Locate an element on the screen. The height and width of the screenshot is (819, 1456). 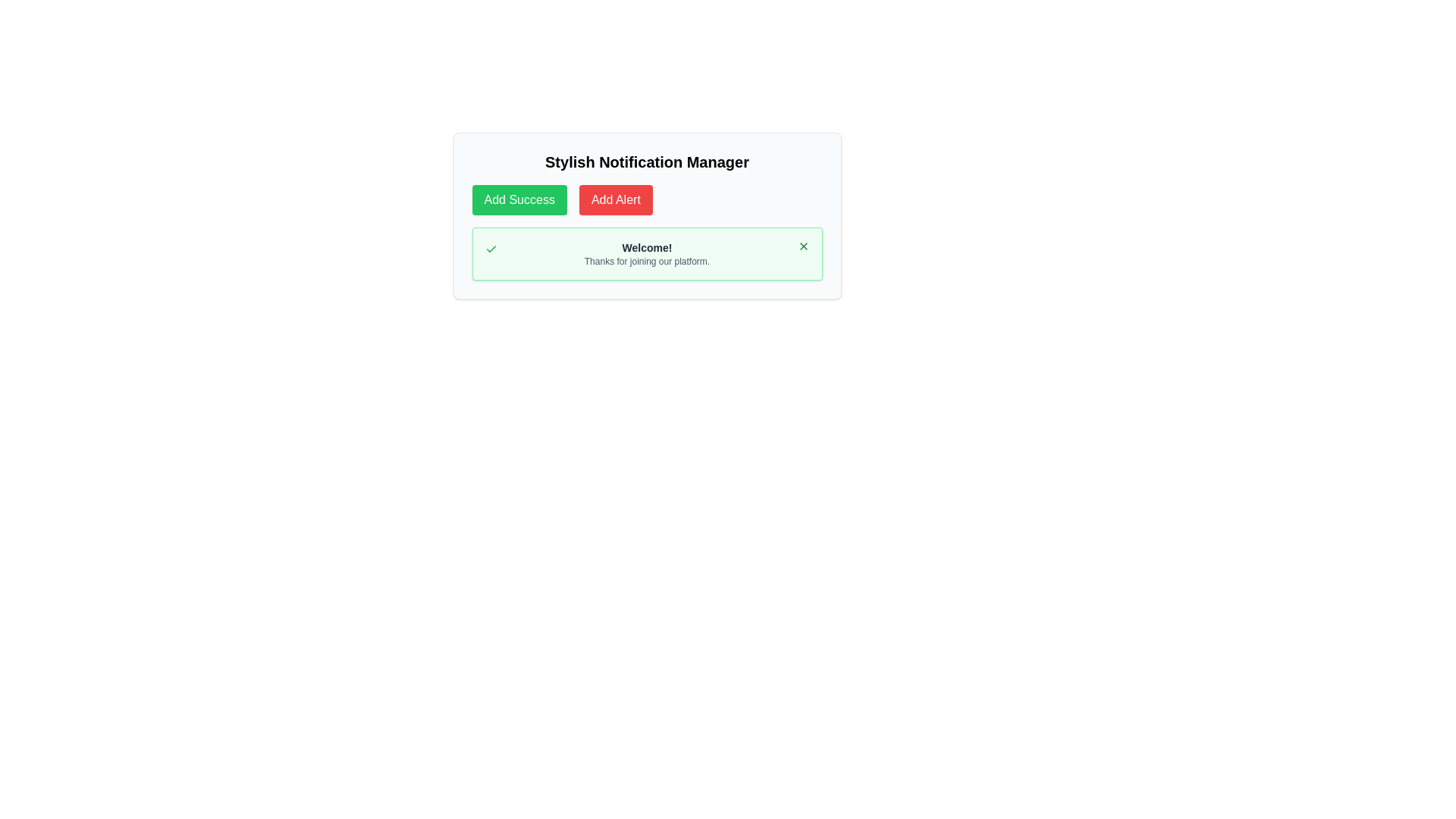
the 'Add Success' button, which is a rounded rectangle with a green background and white text, to observe the hover effect is located at coordinates (519, 199).